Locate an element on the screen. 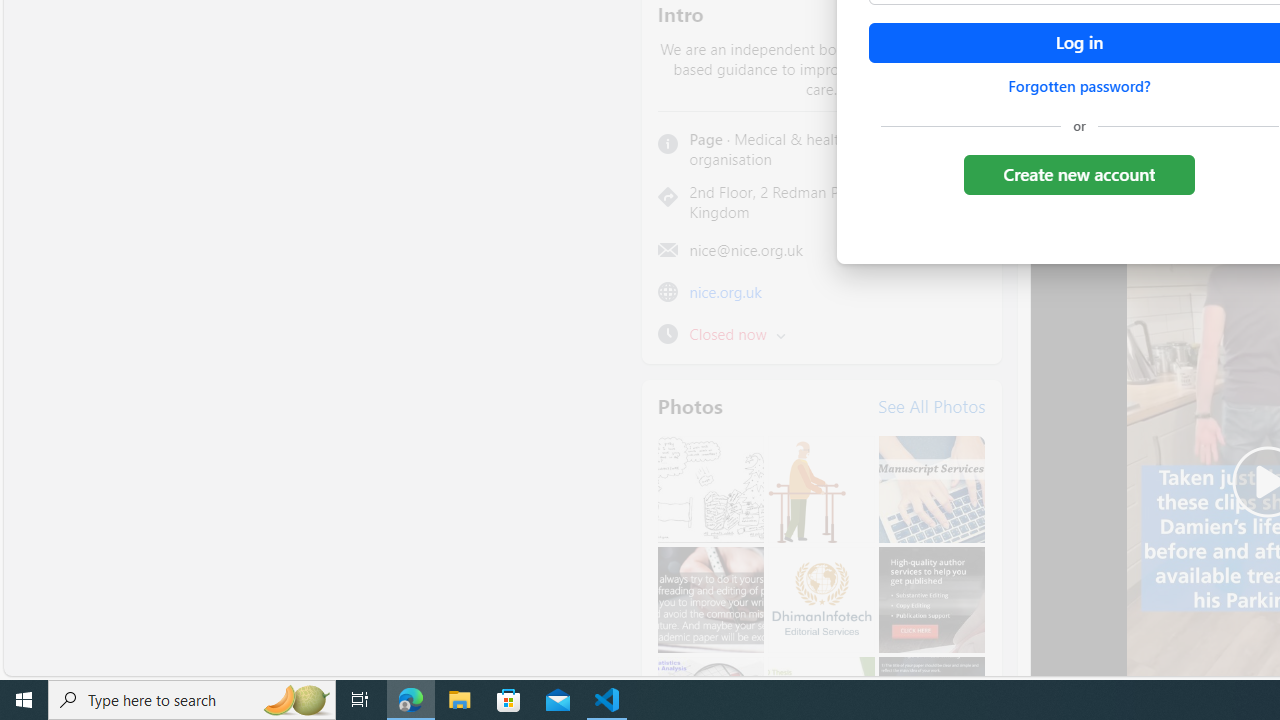  'Create new account' is located at coordinates (1078, 173).